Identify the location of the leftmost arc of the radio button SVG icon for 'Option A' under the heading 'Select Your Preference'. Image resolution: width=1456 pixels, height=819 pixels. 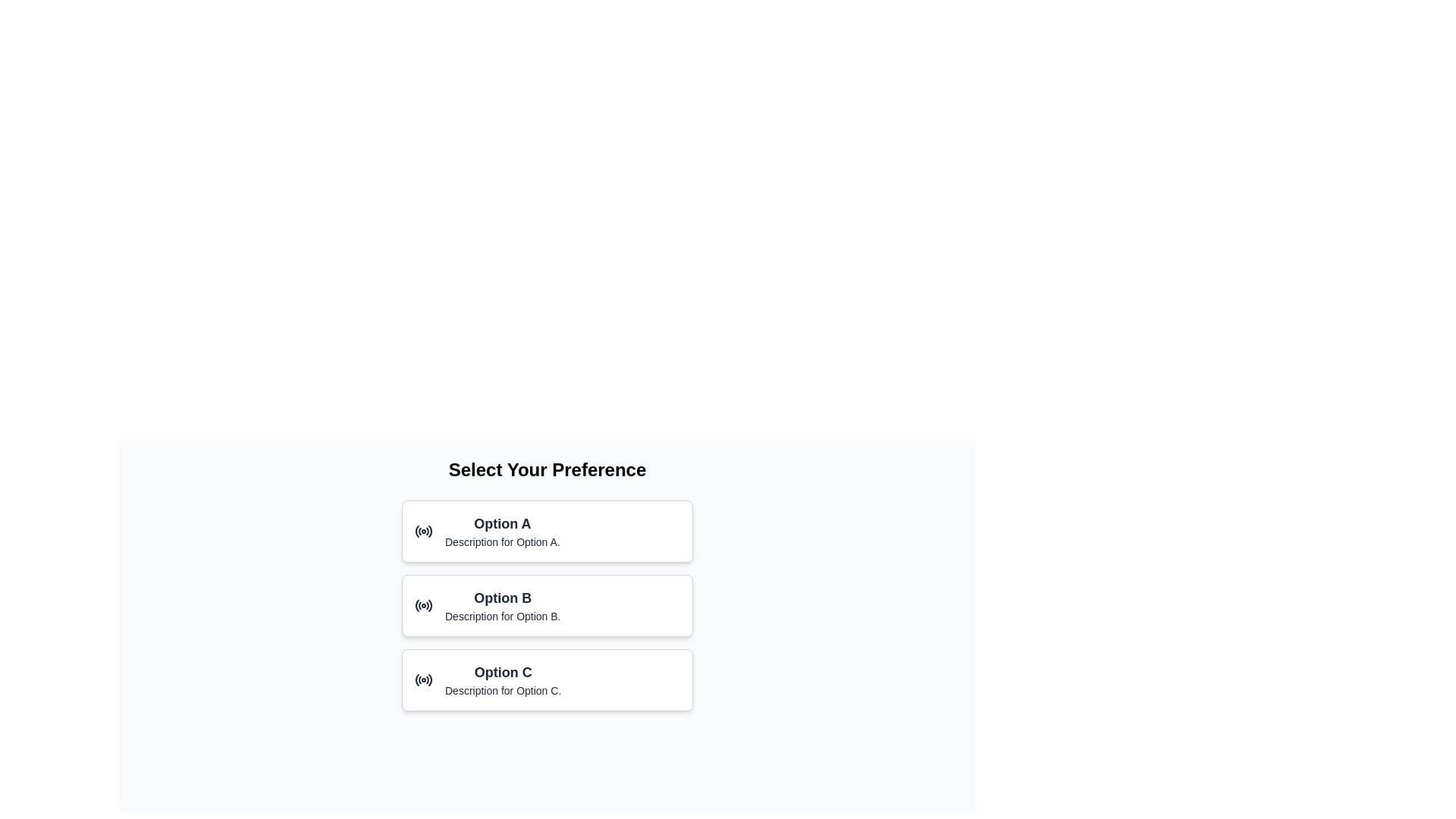
(417, 531).